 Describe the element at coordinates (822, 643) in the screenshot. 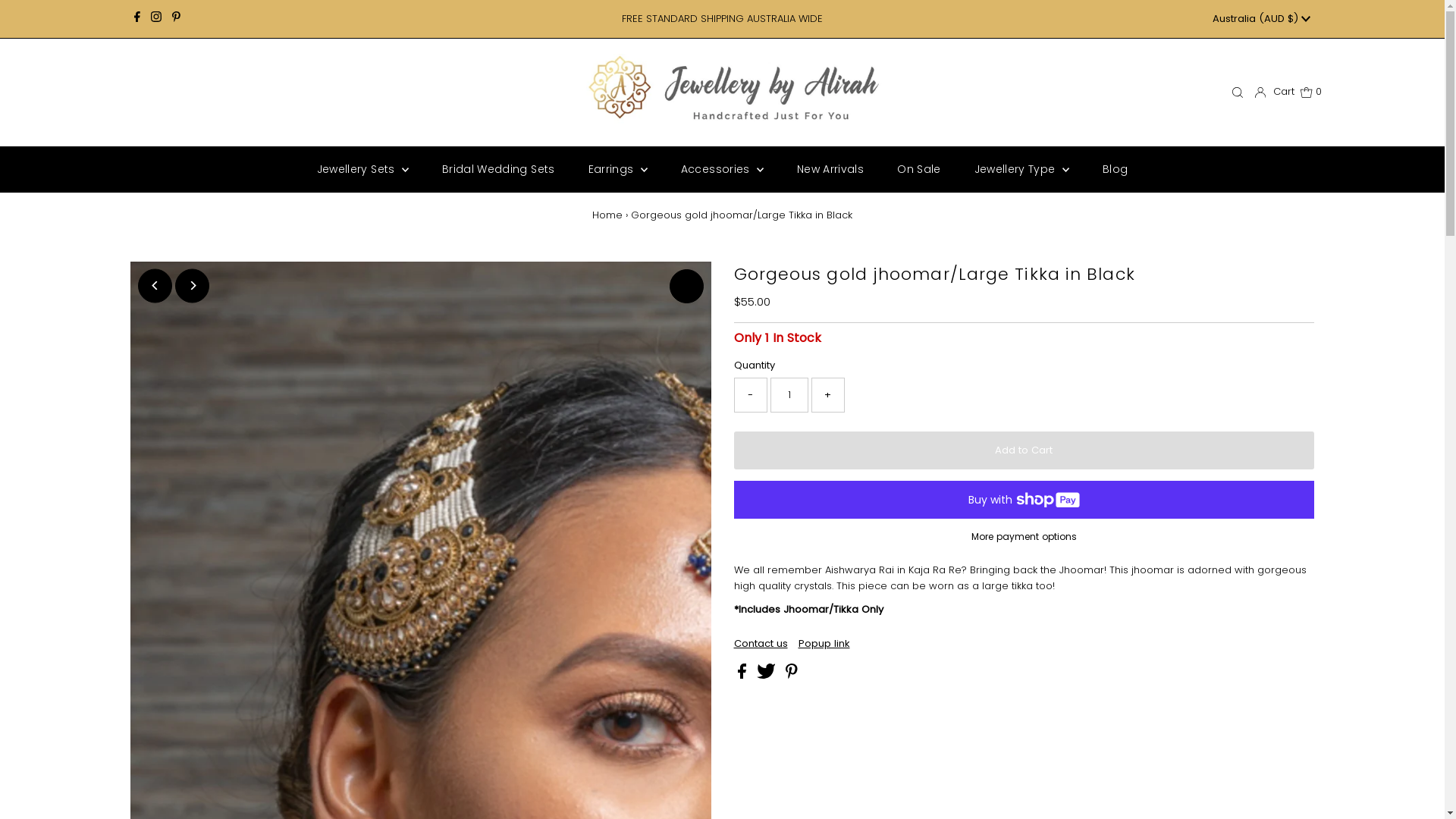

I see `'Popup link'` at that location.